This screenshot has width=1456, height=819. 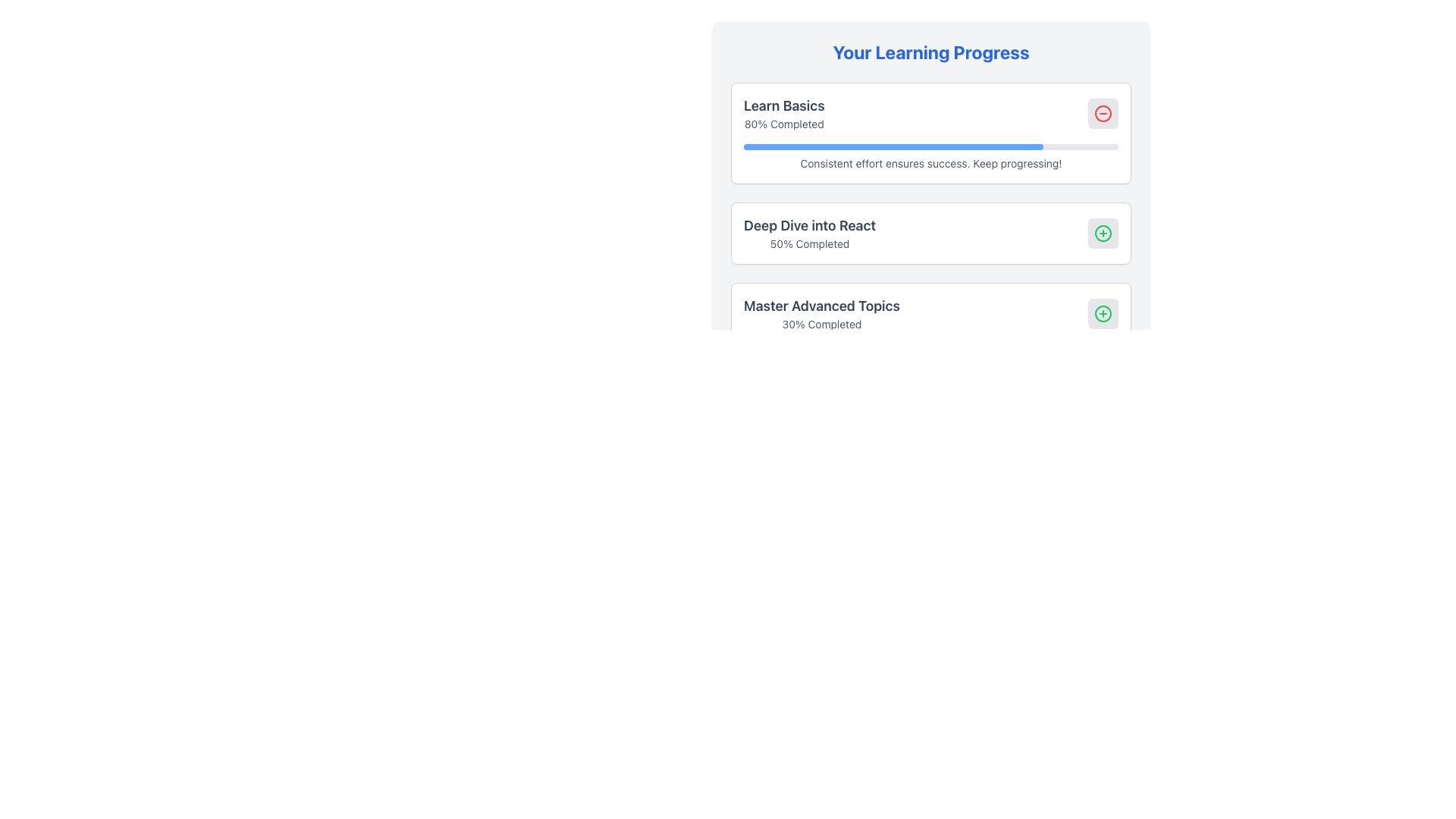 What do you see at coordinates (784, 105) in the screenshot?
I see `text label displaying 'Learn Basics', which is styled with a bold and larger font size and is located at the top of the progress item section` at bounding box center [784, 105].